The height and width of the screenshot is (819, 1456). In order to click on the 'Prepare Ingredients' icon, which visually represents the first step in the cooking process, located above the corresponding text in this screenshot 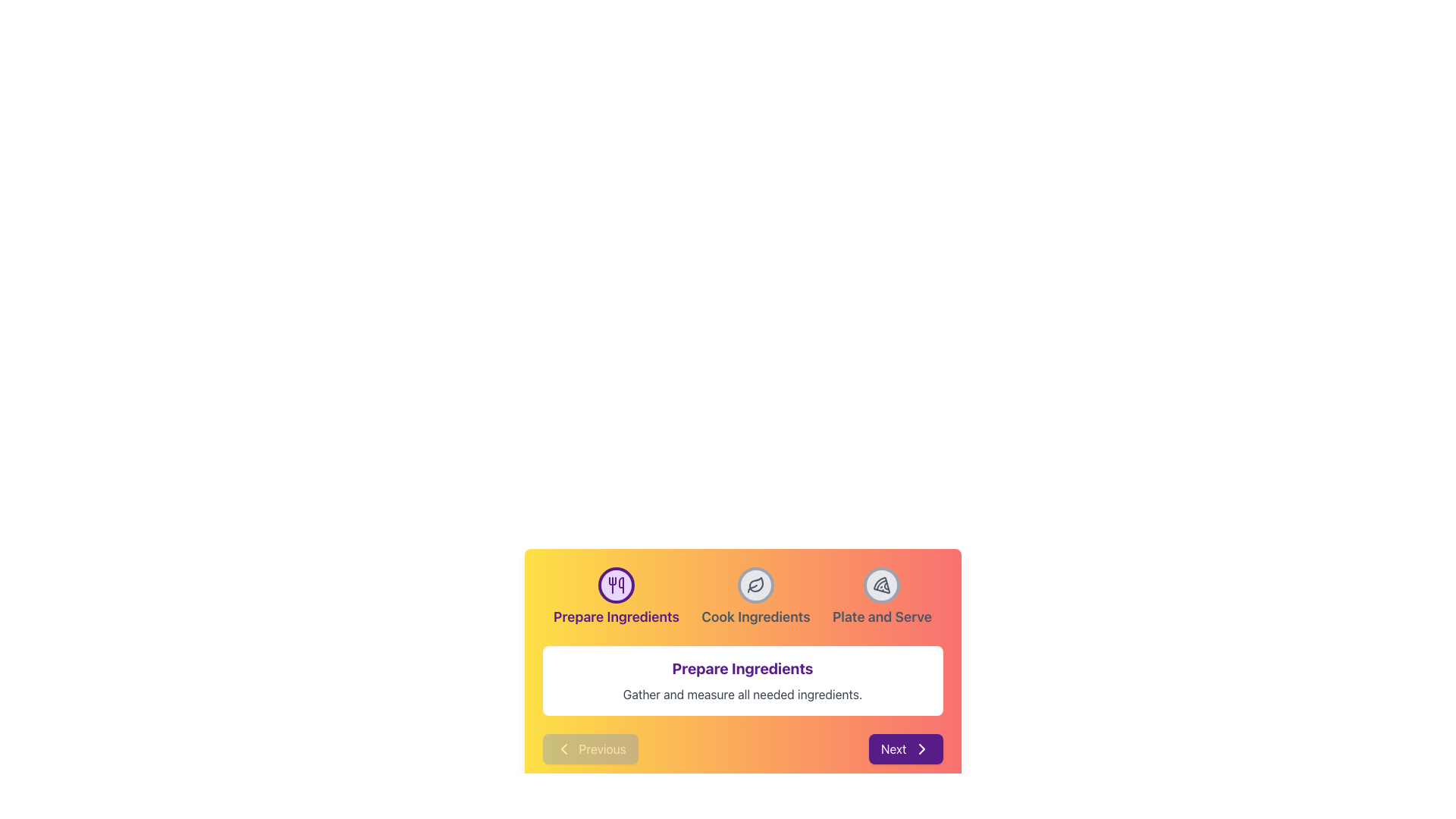, I will do `click(617, 584)`.